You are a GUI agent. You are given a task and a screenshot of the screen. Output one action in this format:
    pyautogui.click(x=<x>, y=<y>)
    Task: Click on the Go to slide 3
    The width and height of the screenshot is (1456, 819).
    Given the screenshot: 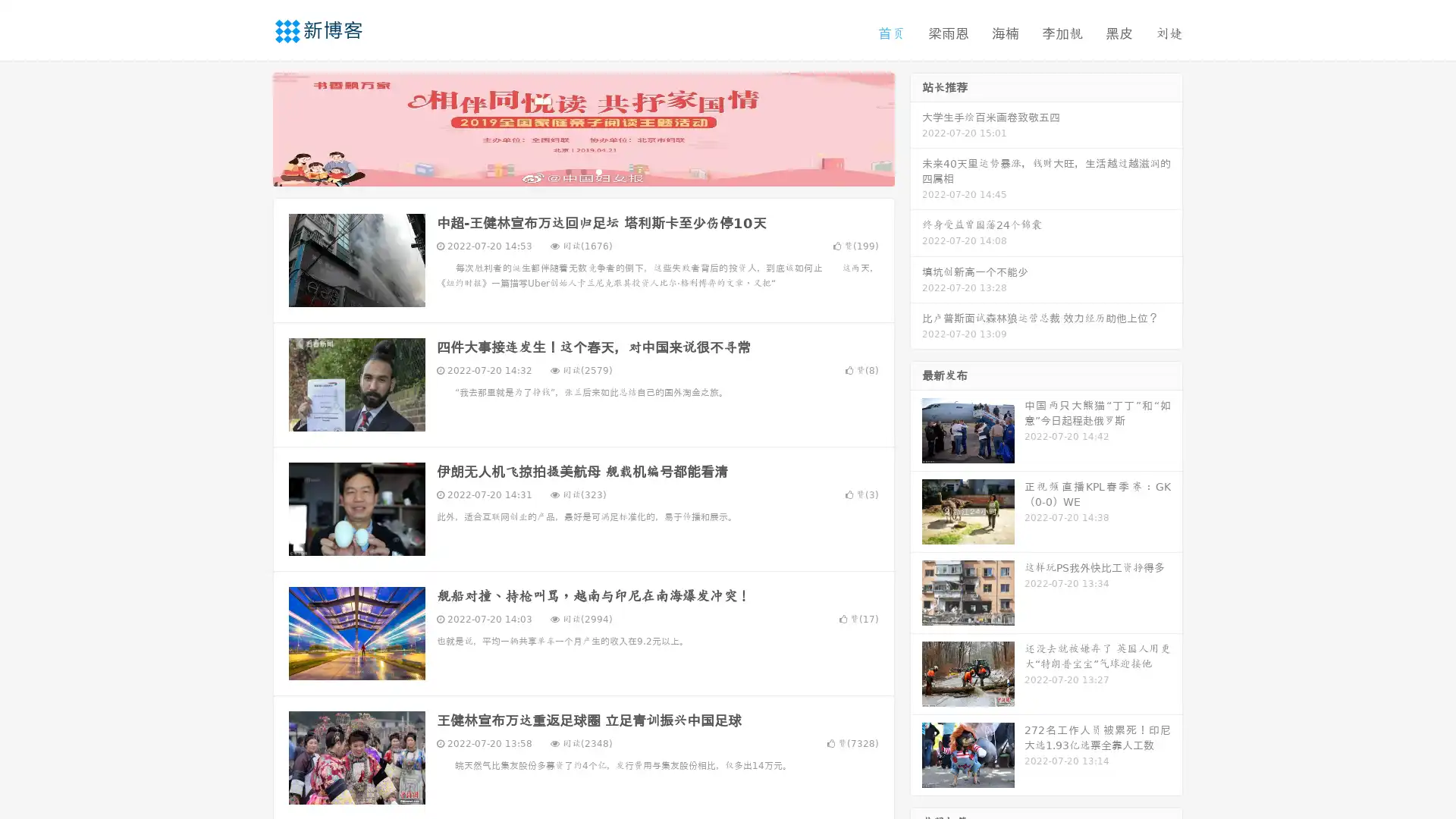 What is the action you would take?
    pyautogui.click(x=598, y=171)
    